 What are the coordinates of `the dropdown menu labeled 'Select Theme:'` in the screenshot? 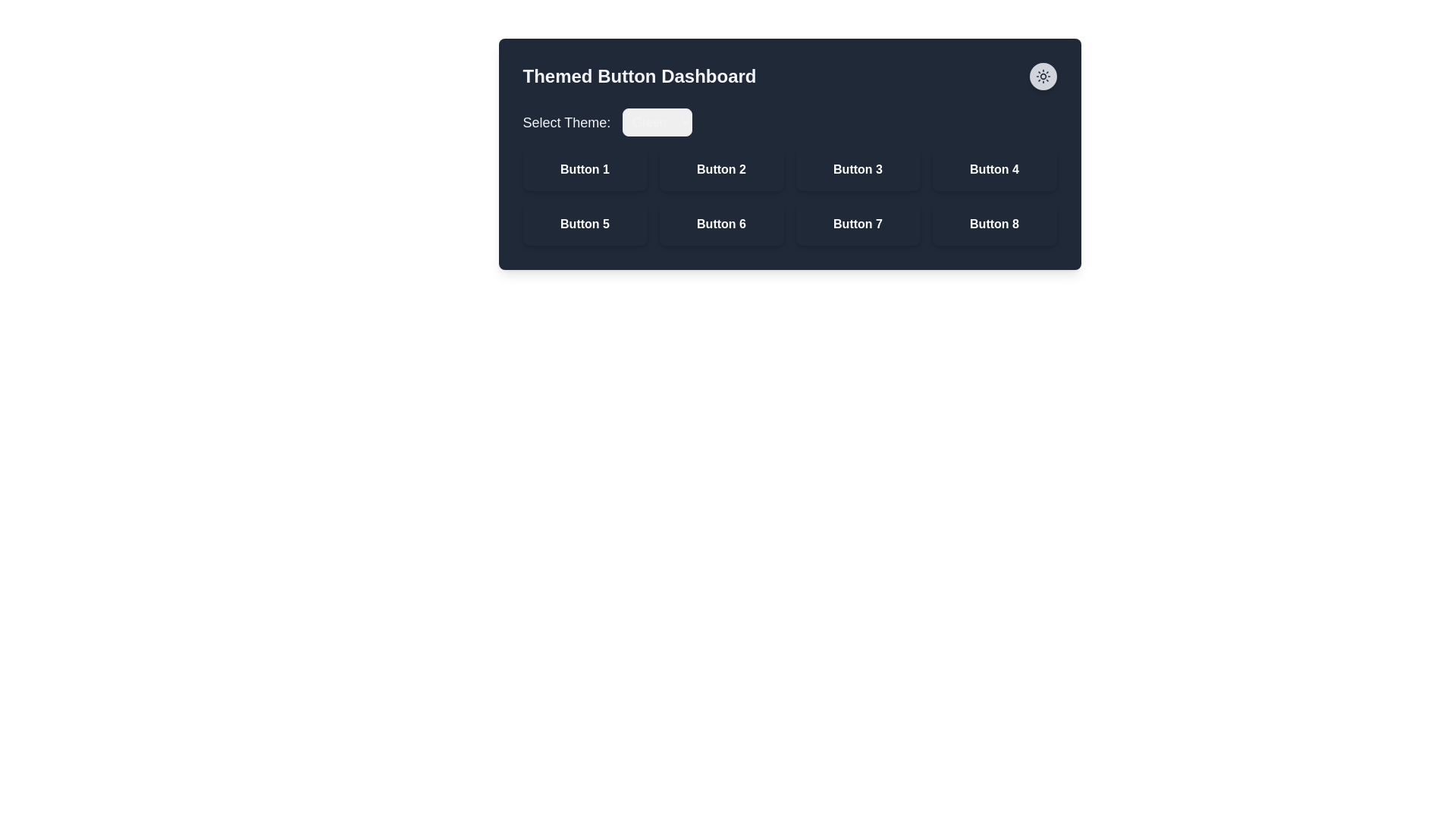 It's located at (789, 121).